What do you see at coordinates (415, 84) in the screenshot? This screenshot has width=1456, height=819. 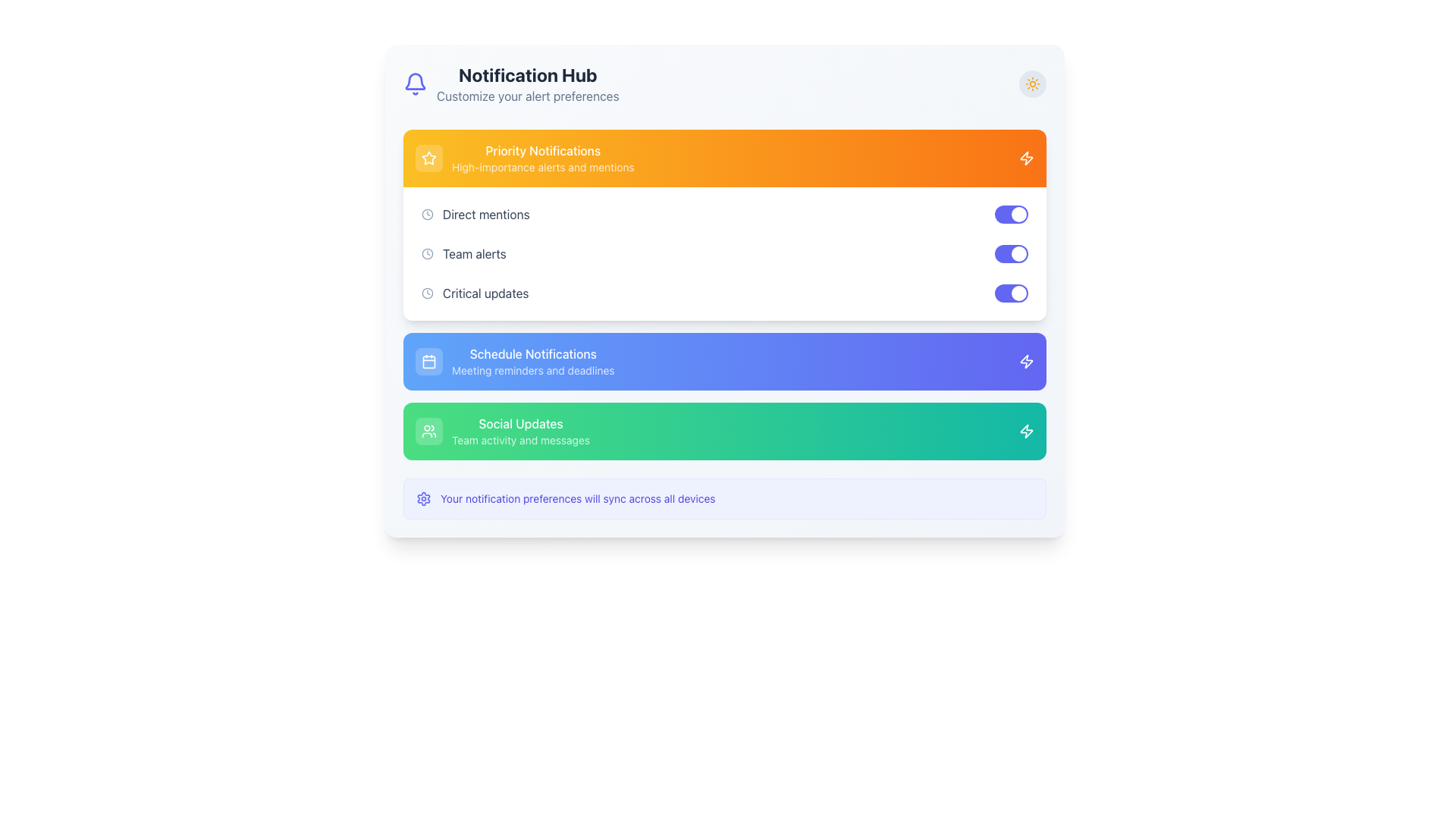 I see `the indigo bell icon located to the left of the 'Notification Hub' text` at bounding box center [415, 84].